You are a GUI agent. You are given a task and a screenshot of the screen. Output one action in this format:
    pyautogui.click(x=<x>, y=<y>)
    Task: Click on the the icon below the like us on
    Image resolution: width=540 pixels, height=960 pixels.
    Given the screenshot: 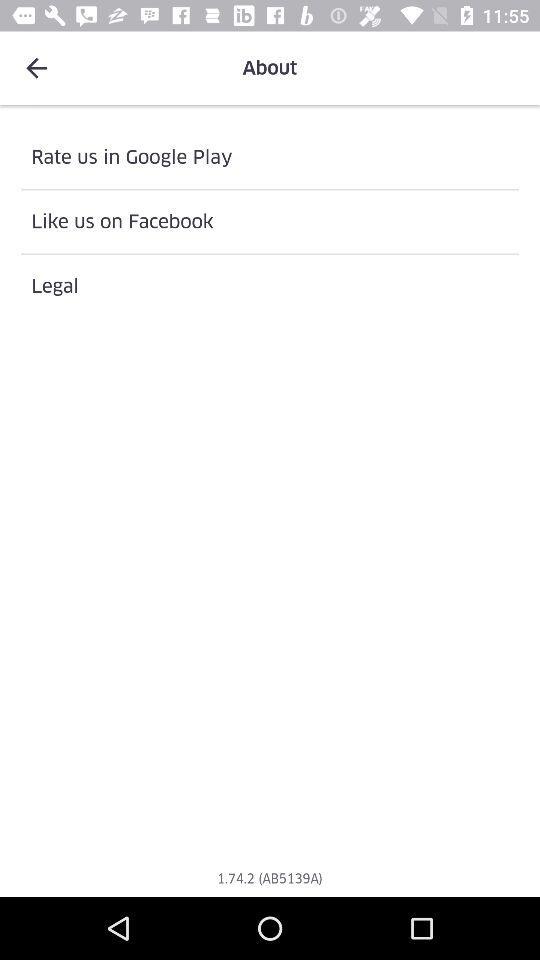 What is the action you would take?
    pyautogui.click(x=270, y=285)
    